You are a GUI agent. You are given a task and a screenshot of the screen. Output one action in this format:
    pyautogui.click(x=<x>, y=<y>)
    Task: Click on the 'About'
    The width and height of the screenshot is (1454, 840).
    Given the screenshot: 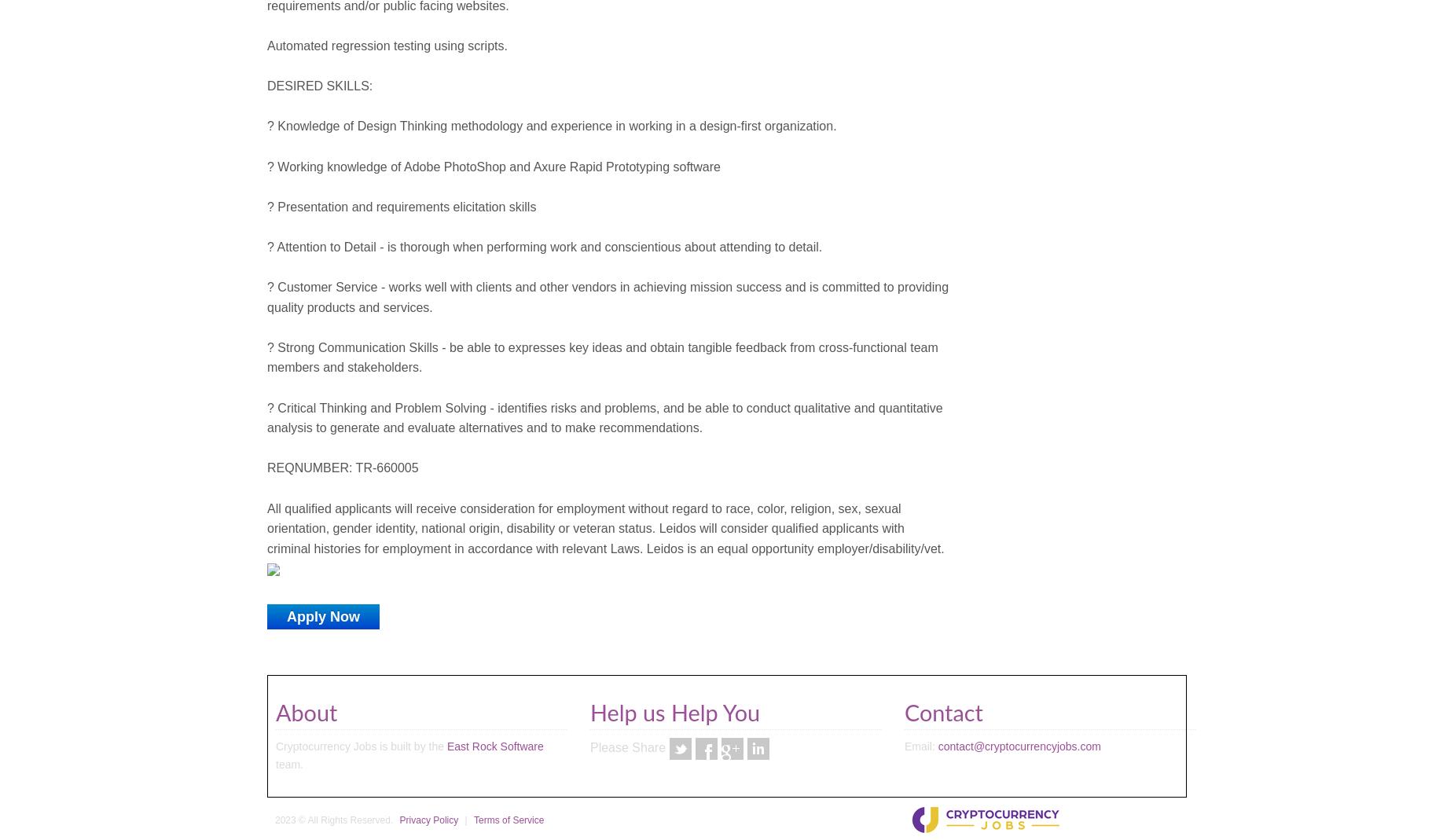 What is the action you would take?
    pyautogui.click(x=305, y=713)
    